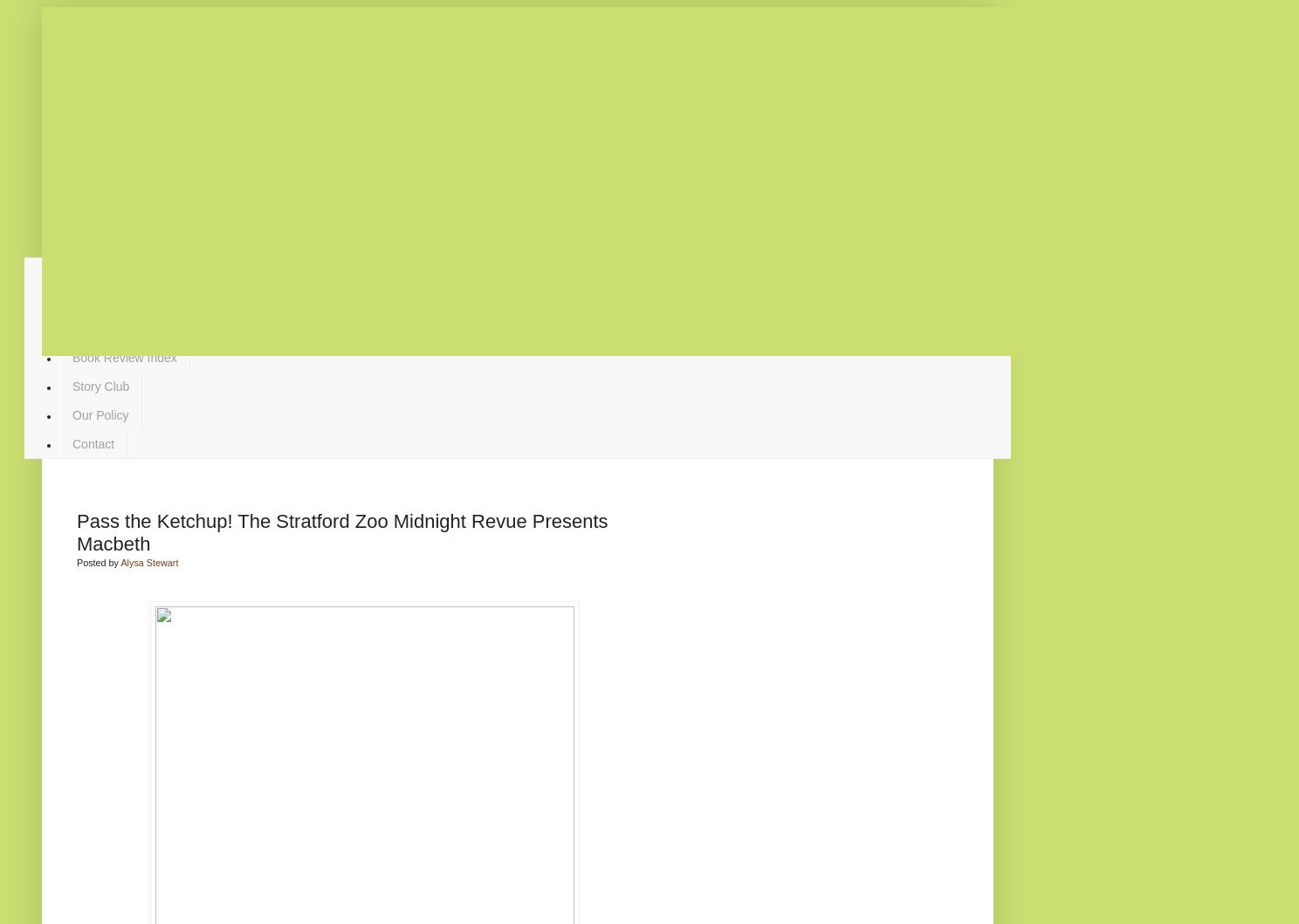  What do you see at coordinates (517, 212) in the screenshot?
I see `'EVEREAD   //   Always Reading   //   EVEREAD'` at bounding box center [517, 212].